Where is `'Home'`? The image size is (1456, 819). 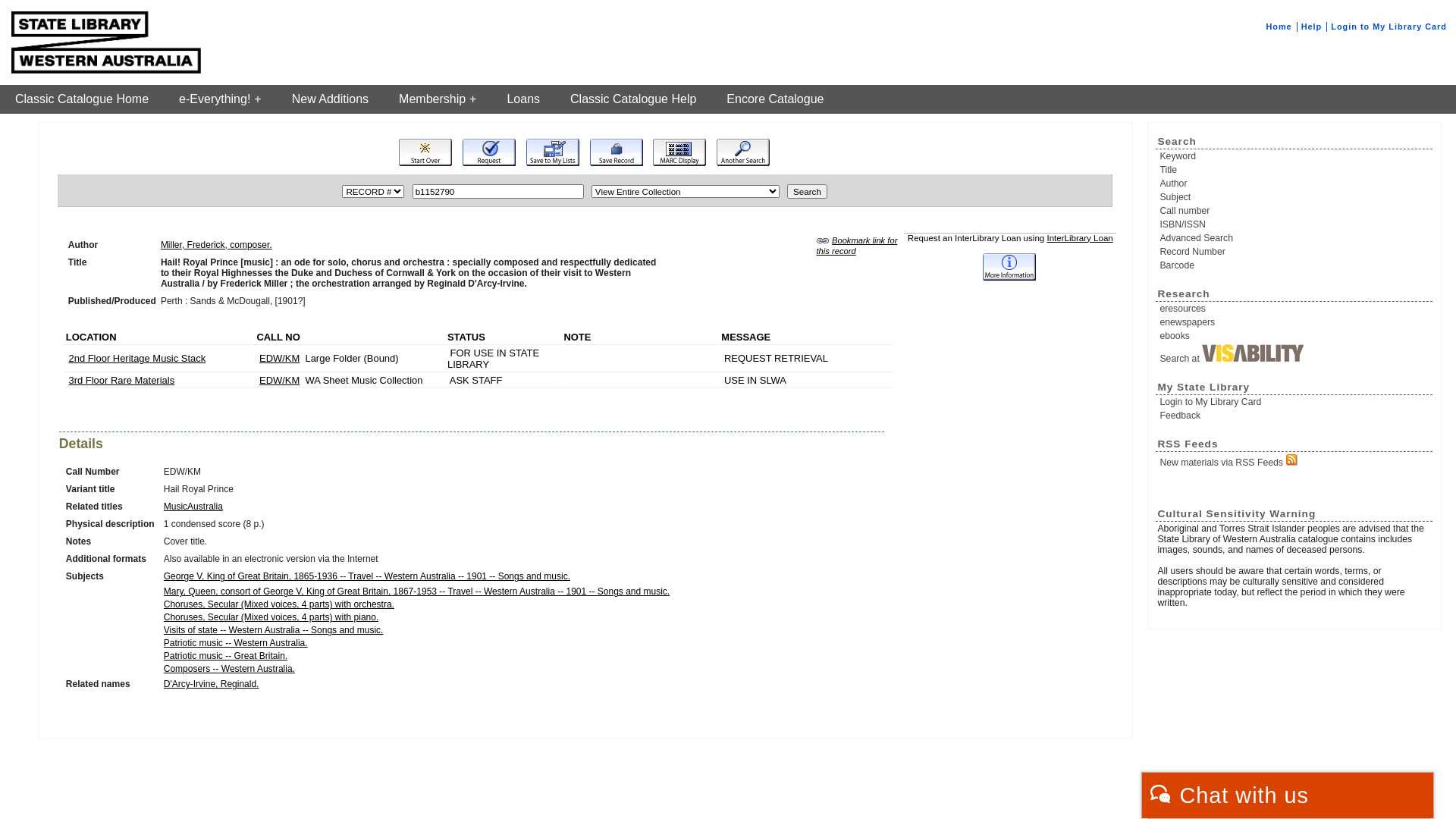 'Home' is located at coordinates (1277, 26).